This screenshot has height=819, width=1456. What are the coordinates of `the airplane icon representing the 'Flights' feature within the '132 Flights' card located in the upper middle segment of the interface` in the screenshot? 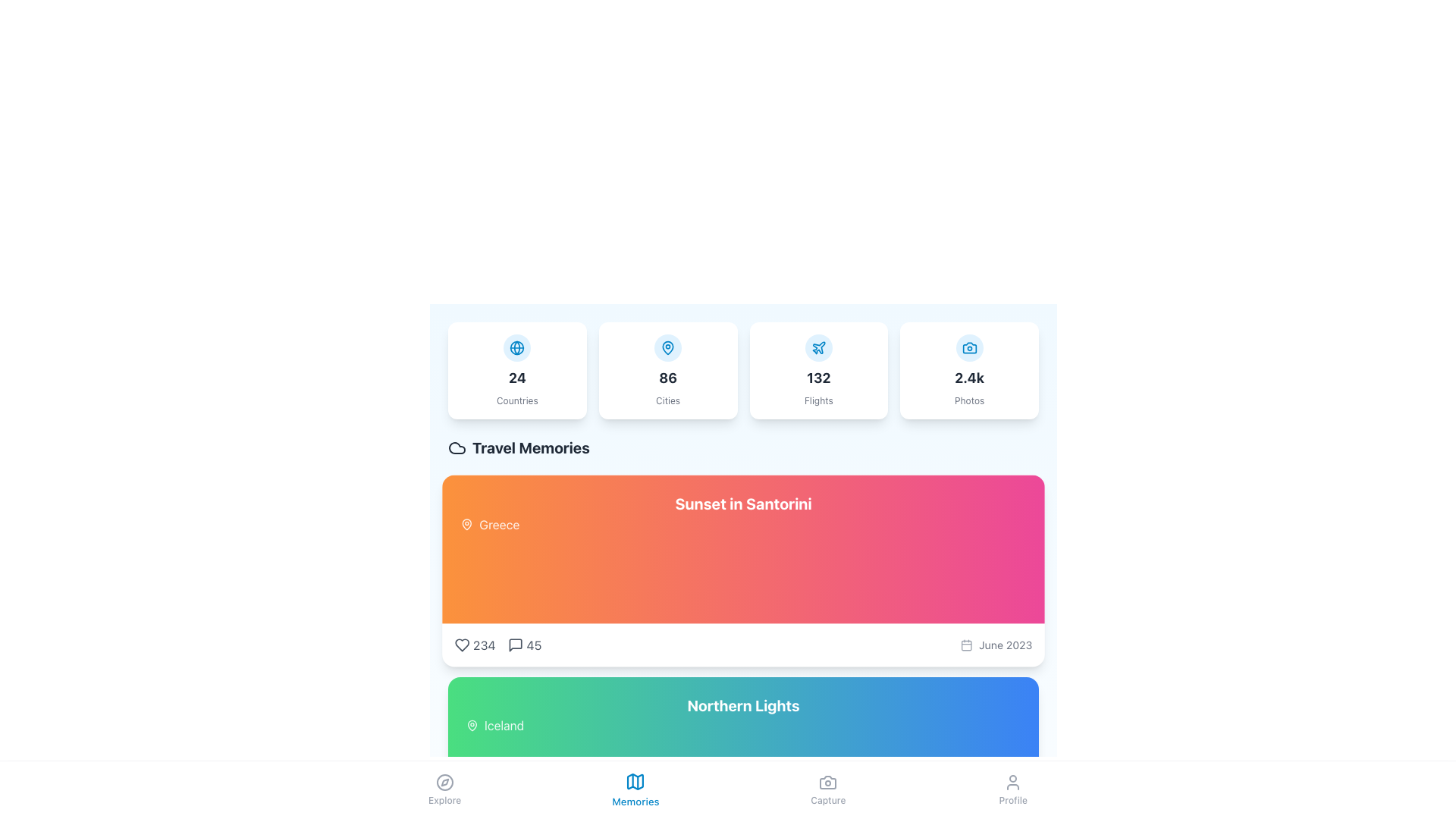 It's located at (818, 347).